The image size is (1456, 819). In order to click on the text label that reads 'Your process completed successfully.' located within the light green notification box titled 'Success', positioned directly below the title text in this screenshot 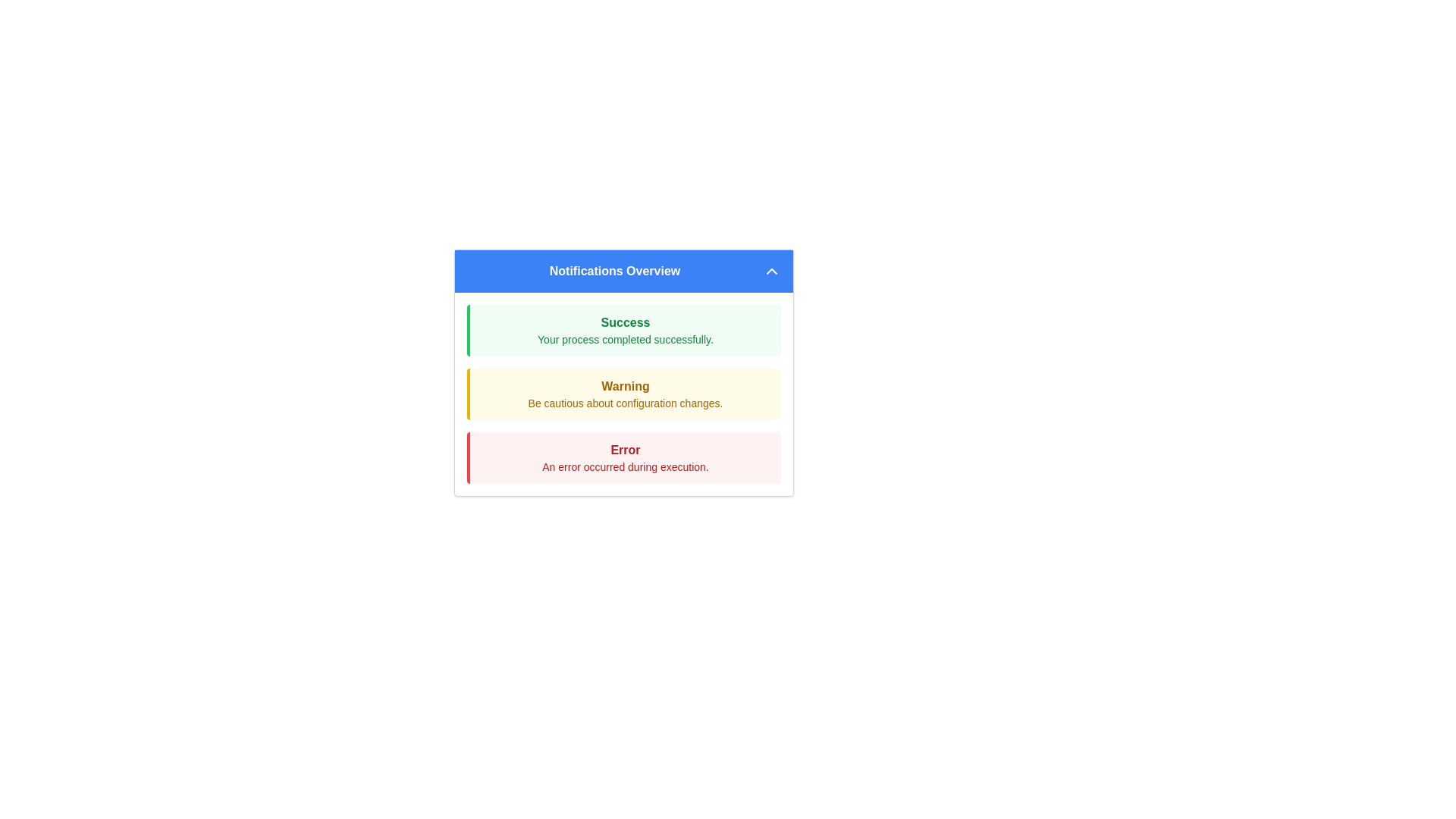, I will do `click(626, 338)`.